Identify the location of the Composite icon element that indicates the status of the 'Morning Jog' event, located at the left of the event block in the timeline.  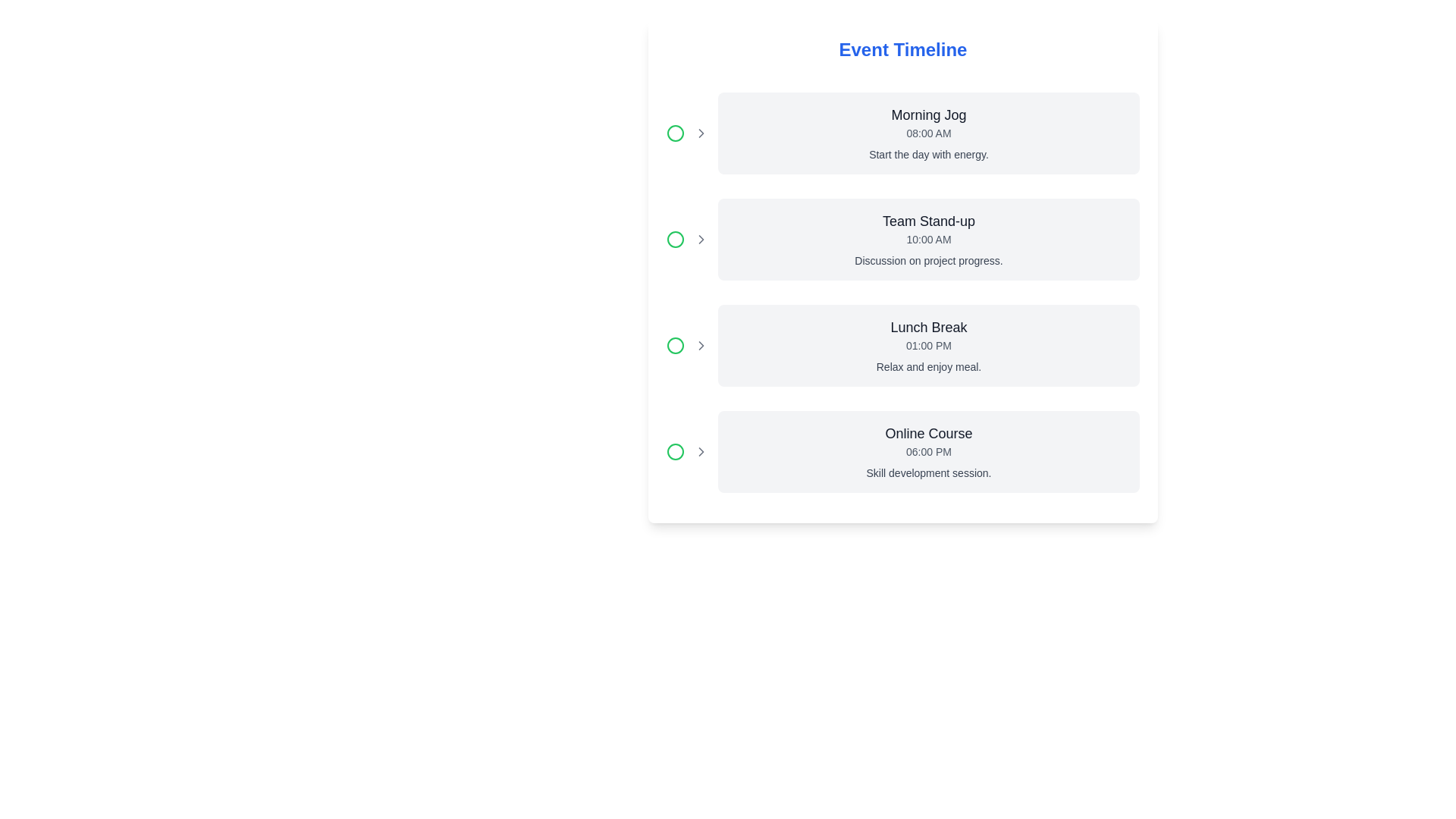
(691, 133).